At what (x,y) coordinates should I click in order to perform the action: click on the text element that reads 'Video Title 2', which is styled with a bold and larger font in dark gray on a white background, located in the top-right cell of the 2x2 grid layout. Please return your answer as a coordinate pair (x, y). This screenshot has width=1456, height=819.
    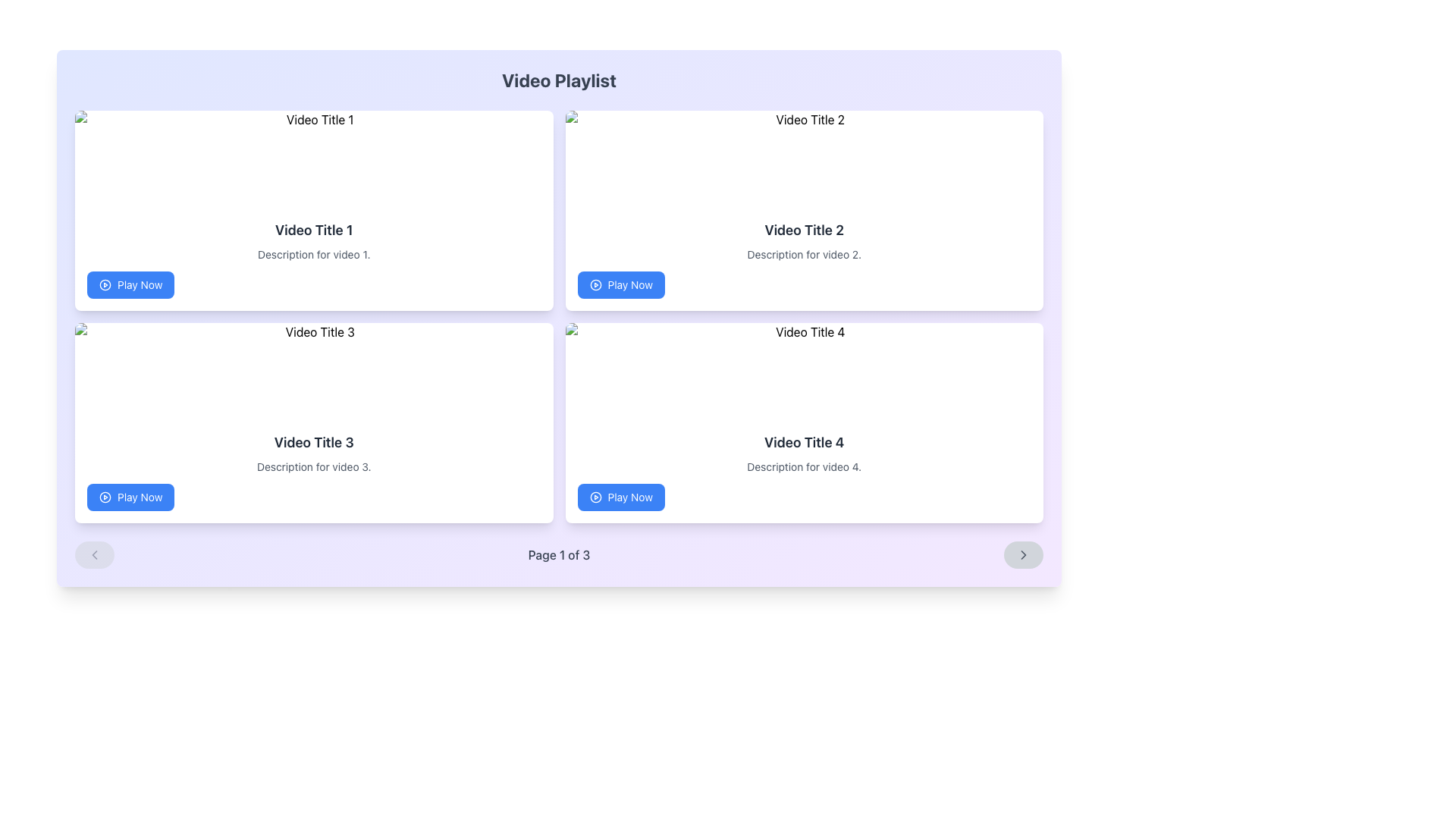
    Looking at the image, I should click on (803, 231).